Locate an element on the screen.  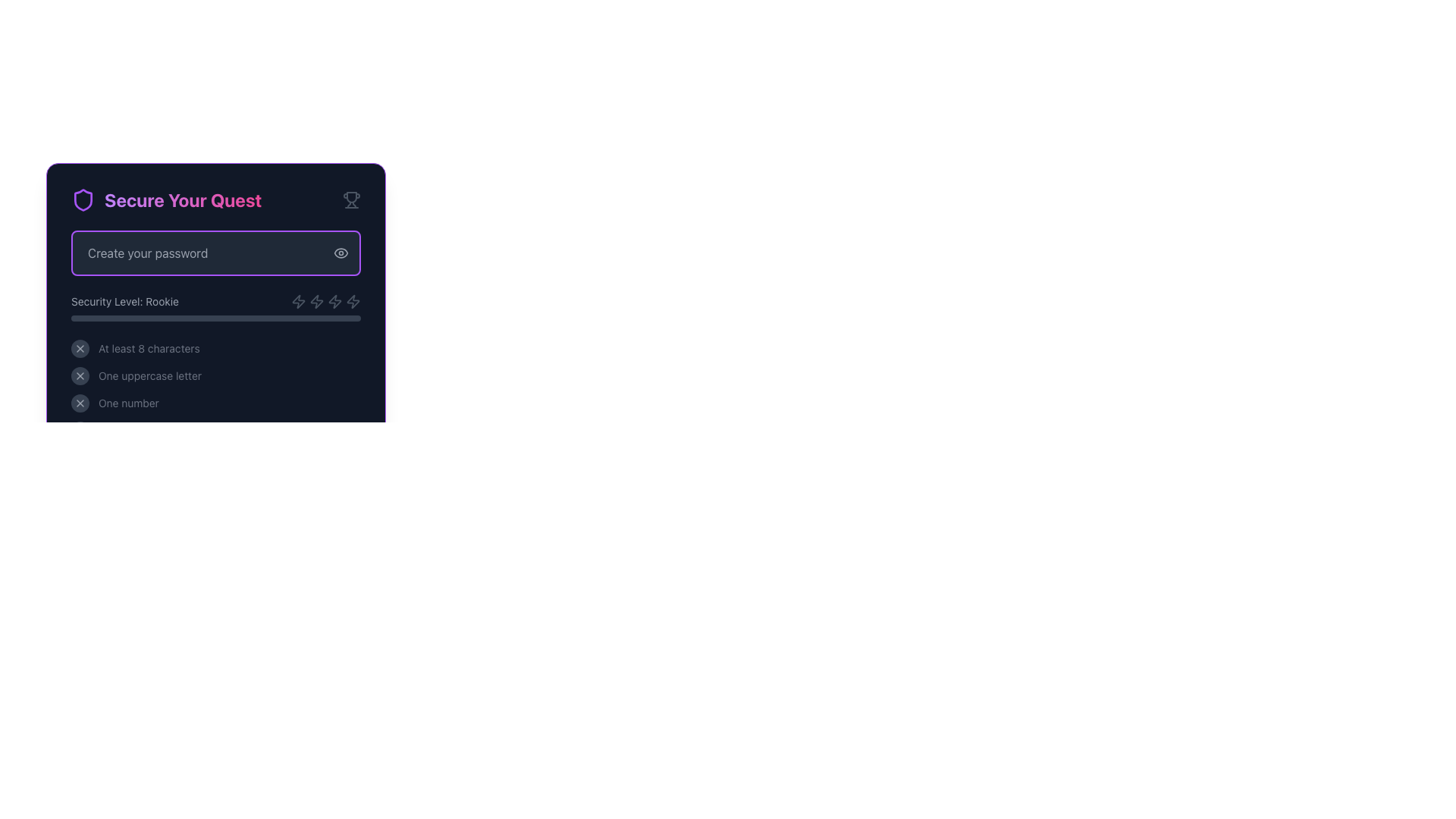
the first icon in the horizontal sequence beneath the 'Security Level: Rookie' label, which serves as a representation for an action or indicator related to security levels is located at coordinates (298, 301).